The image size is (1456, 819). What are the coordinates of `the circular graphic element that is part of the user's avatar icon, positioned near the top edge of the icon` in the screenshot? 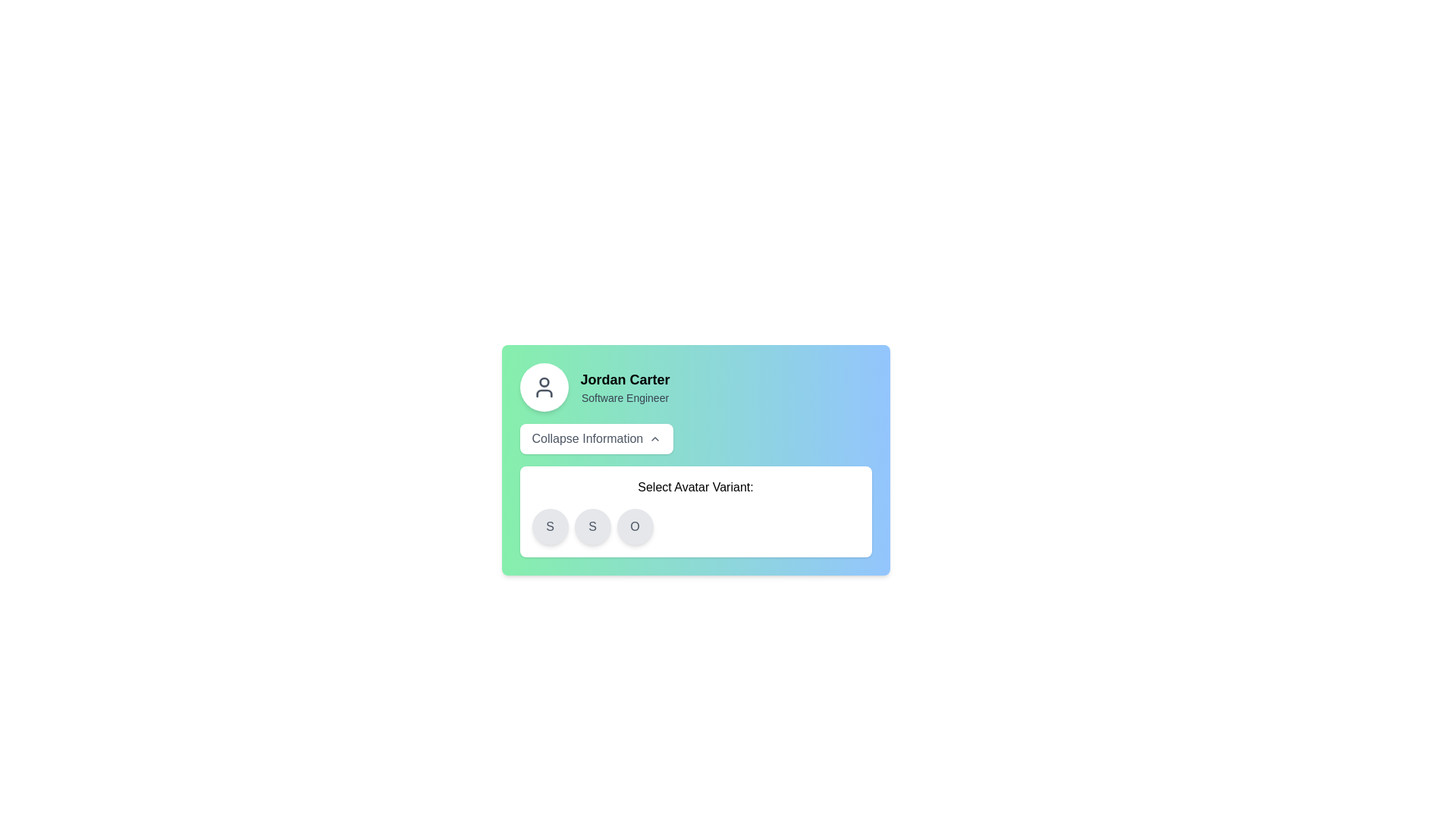 It's located at (544, 381).